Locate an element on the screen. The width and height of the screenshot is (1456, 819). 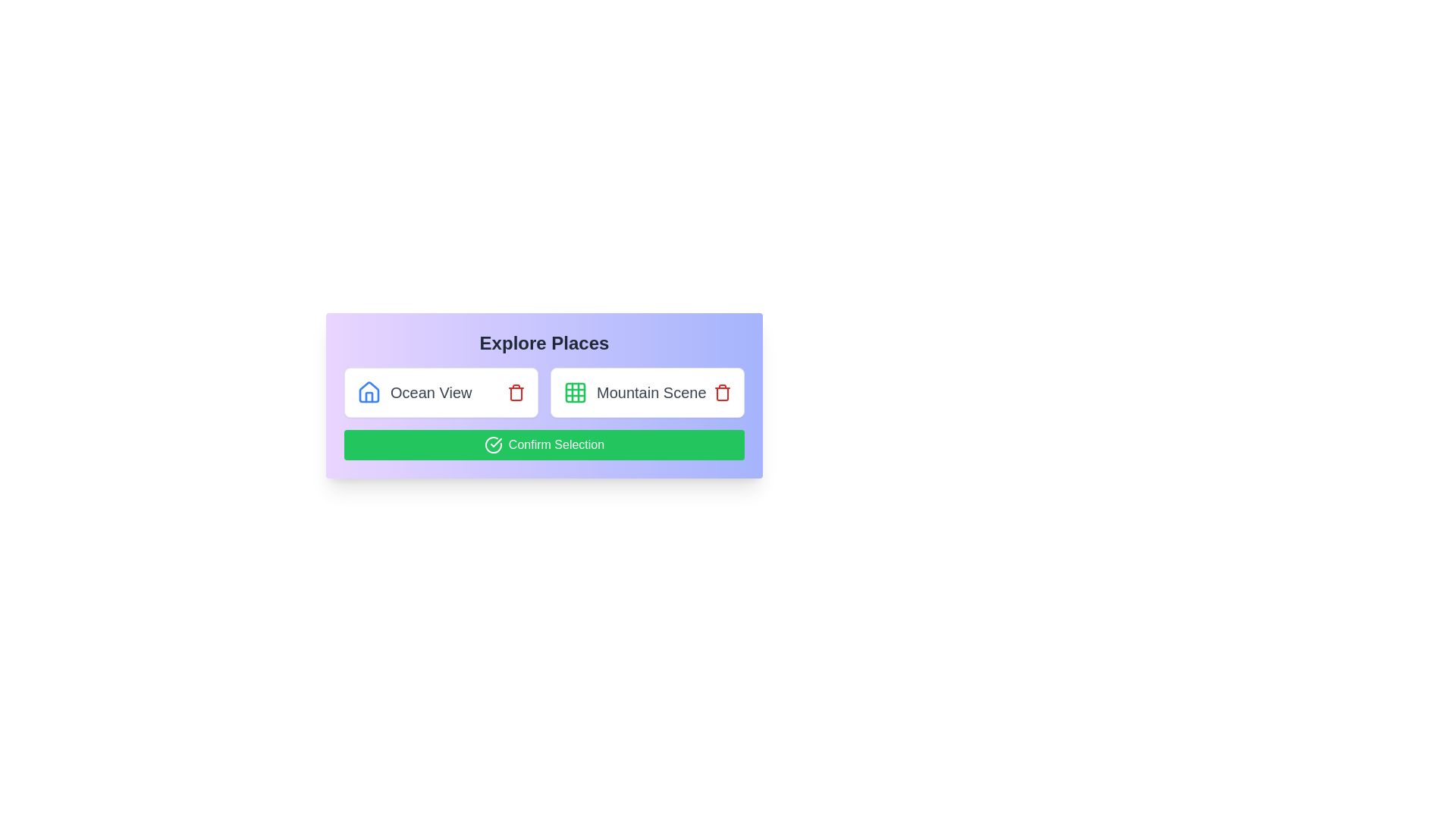
the trash bin icon, which visually represents a delete or remove action in the user interface is located at coordinates (722, 394).